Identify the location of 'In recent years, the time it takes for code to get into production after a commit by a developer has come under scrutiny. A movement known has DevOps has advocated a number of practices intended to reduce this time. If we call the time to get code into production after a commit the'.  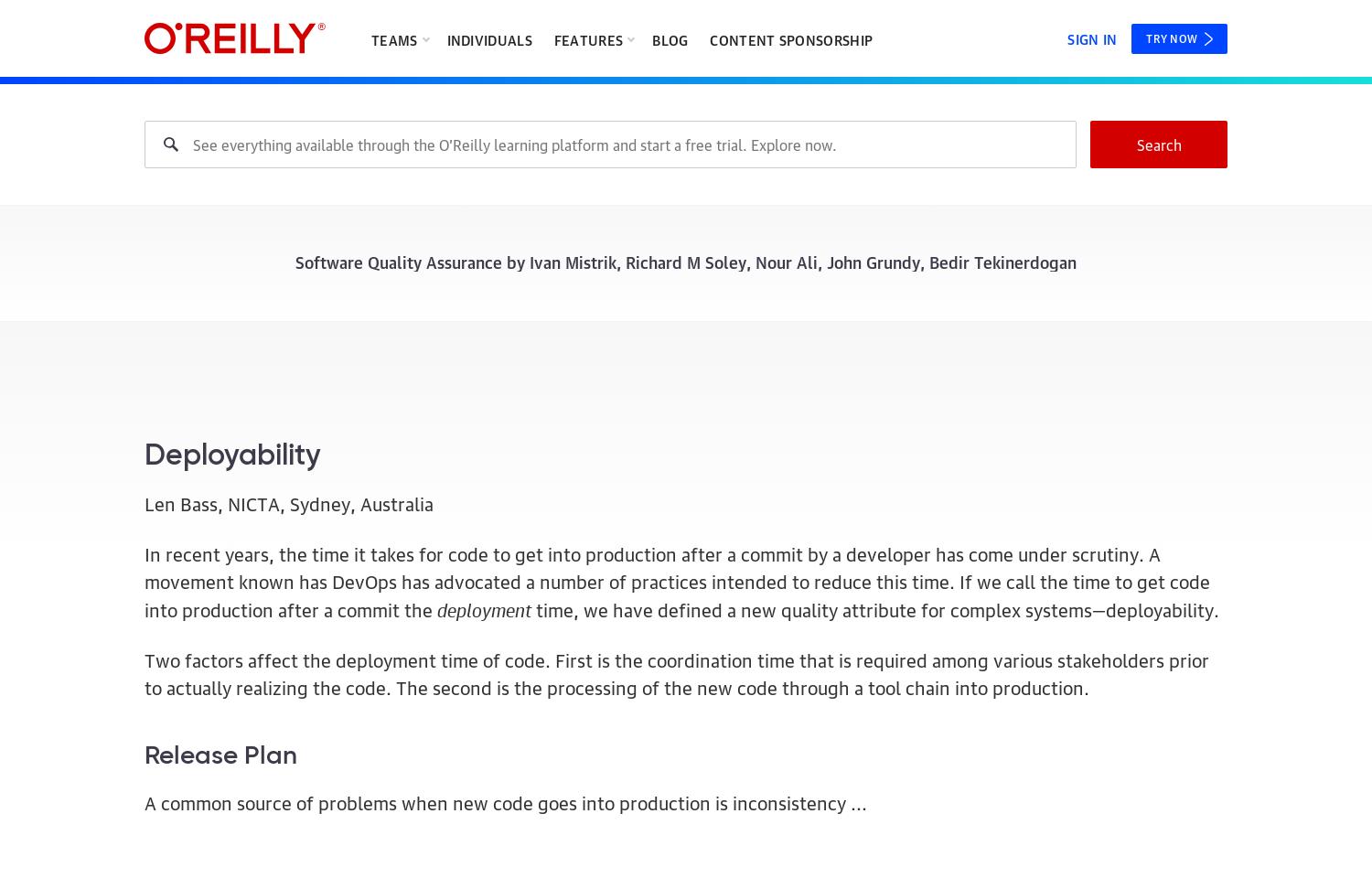
(676, 580).